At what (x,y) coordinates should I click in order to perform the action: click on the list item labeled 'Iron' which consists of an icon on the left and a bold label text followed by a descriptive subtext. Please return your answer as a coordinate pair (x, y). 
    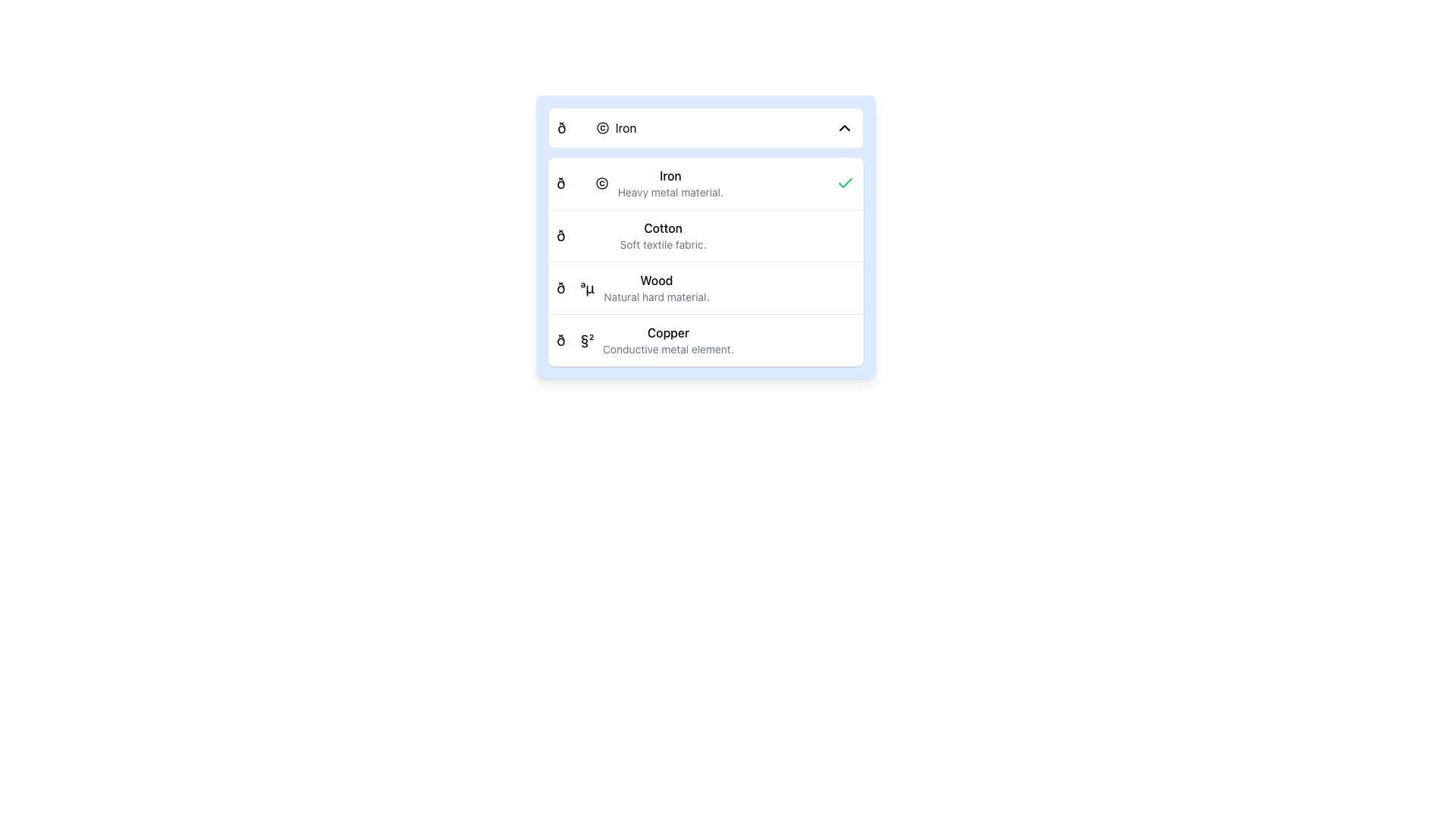
    Looking at the image, I should click on (640, 183).